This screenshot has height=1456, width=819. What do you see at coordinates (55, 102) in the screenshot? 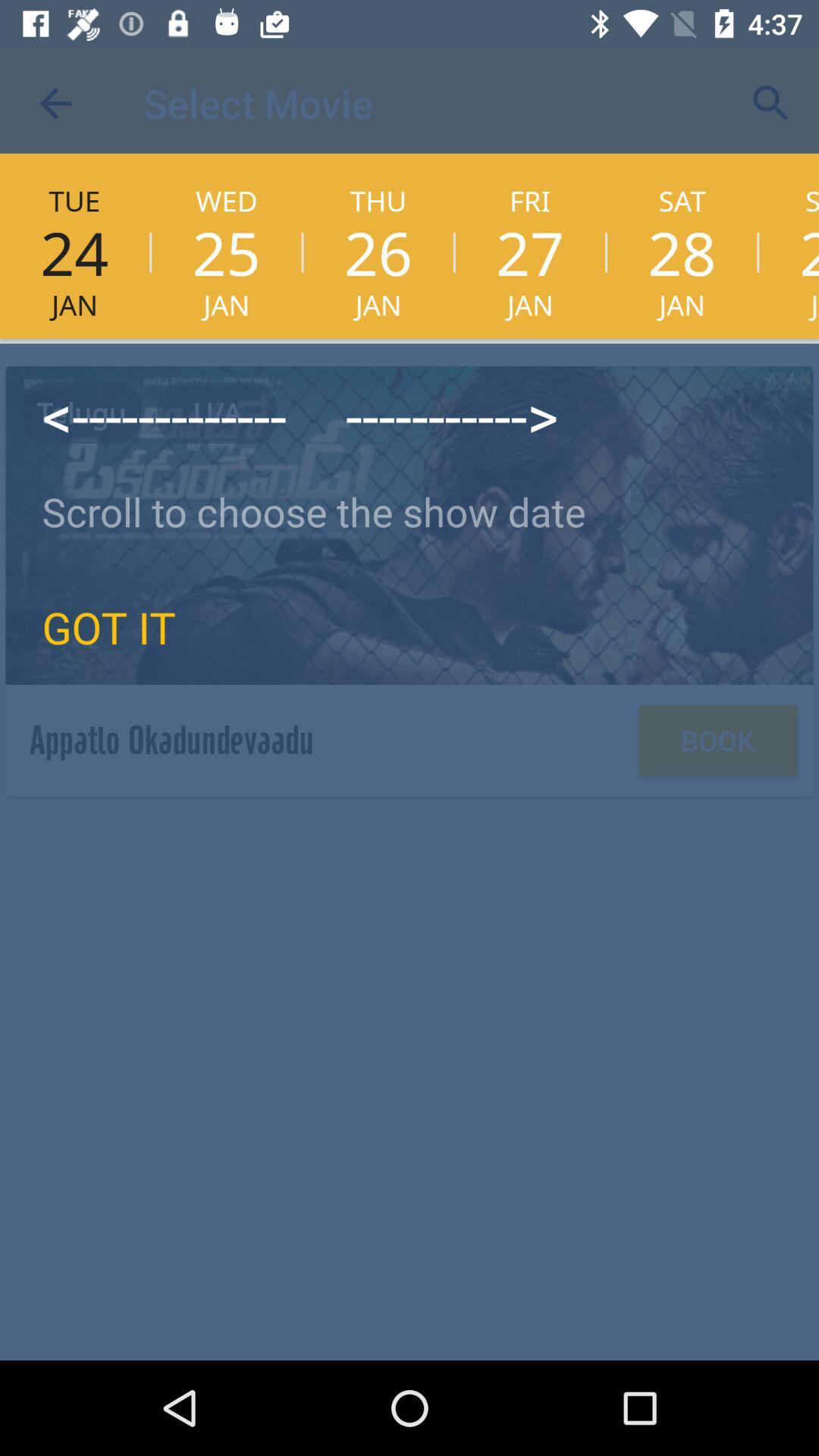
I see `the app next to select movie icon` at bounding box center [55, 102].